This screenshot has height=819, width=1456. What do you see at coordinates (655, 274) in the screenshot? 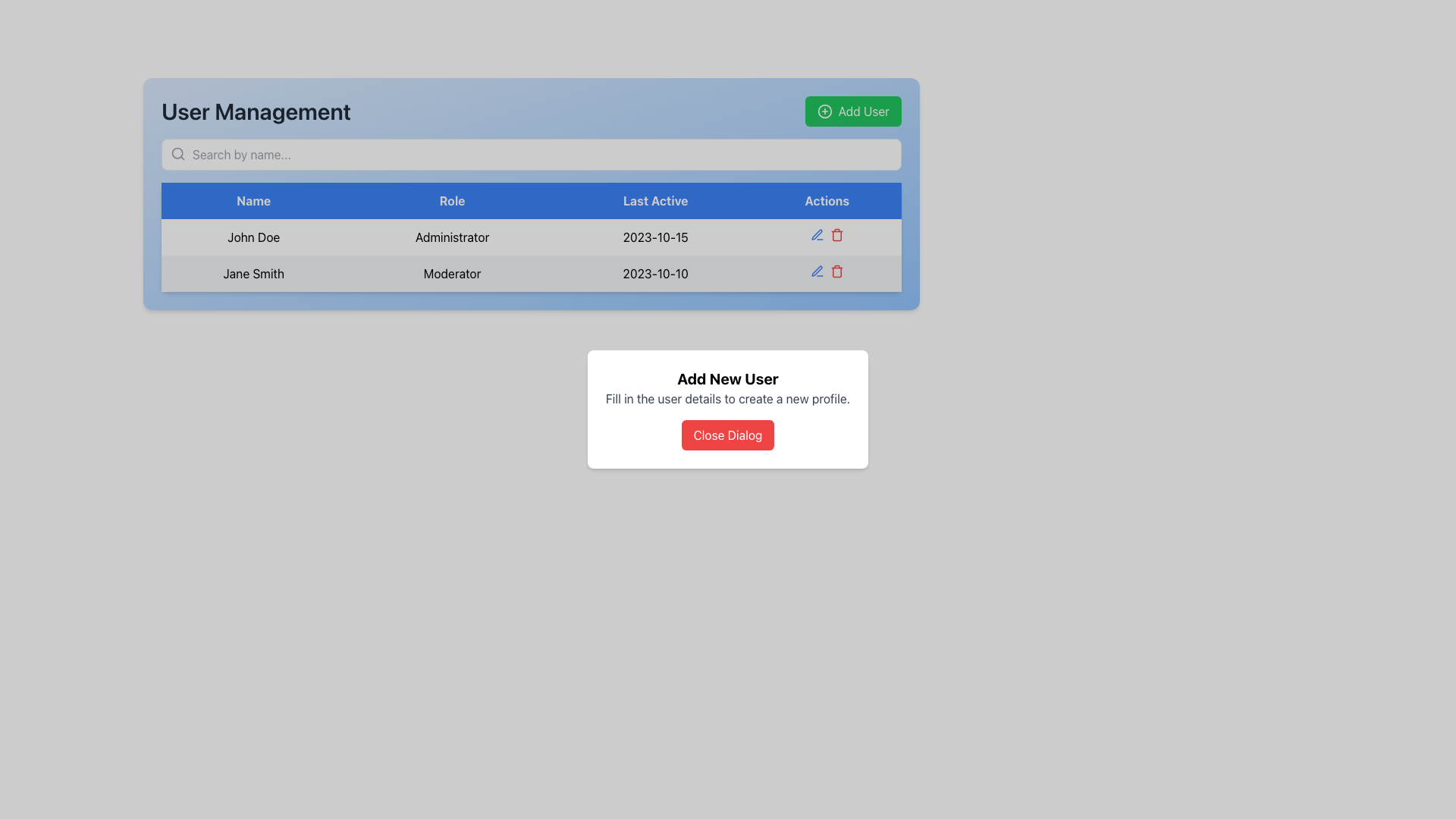
I see `the text label displaying the date '2023-10-10' located in the second row of the table under the 'Last Active' column header` at bounding box center [655, 274].